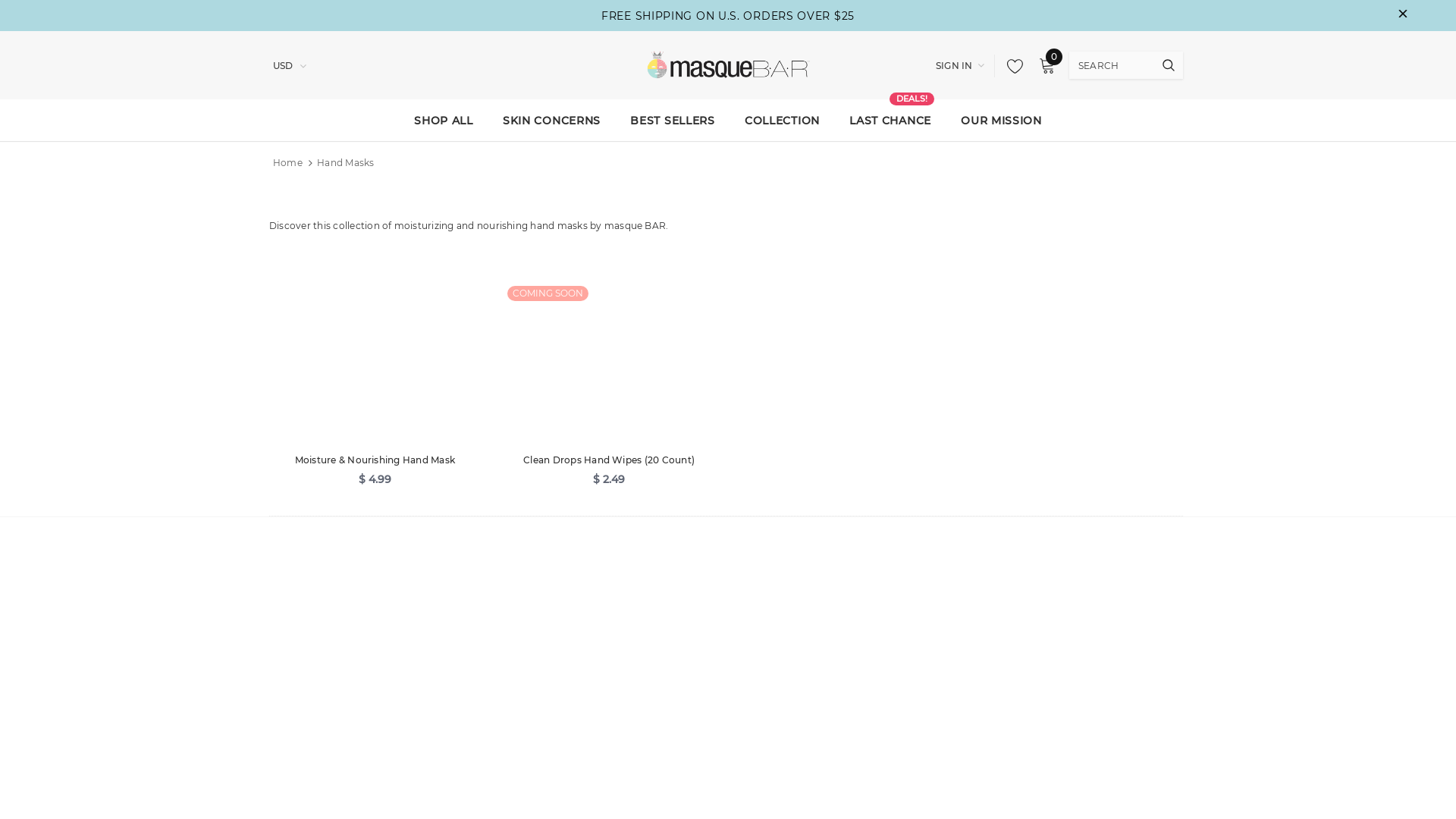 This screenshot has height=819, width=1456. Describe the element at coordinates (890, 119) in the screenshot. I see `'LAST CHANCE` at that location.